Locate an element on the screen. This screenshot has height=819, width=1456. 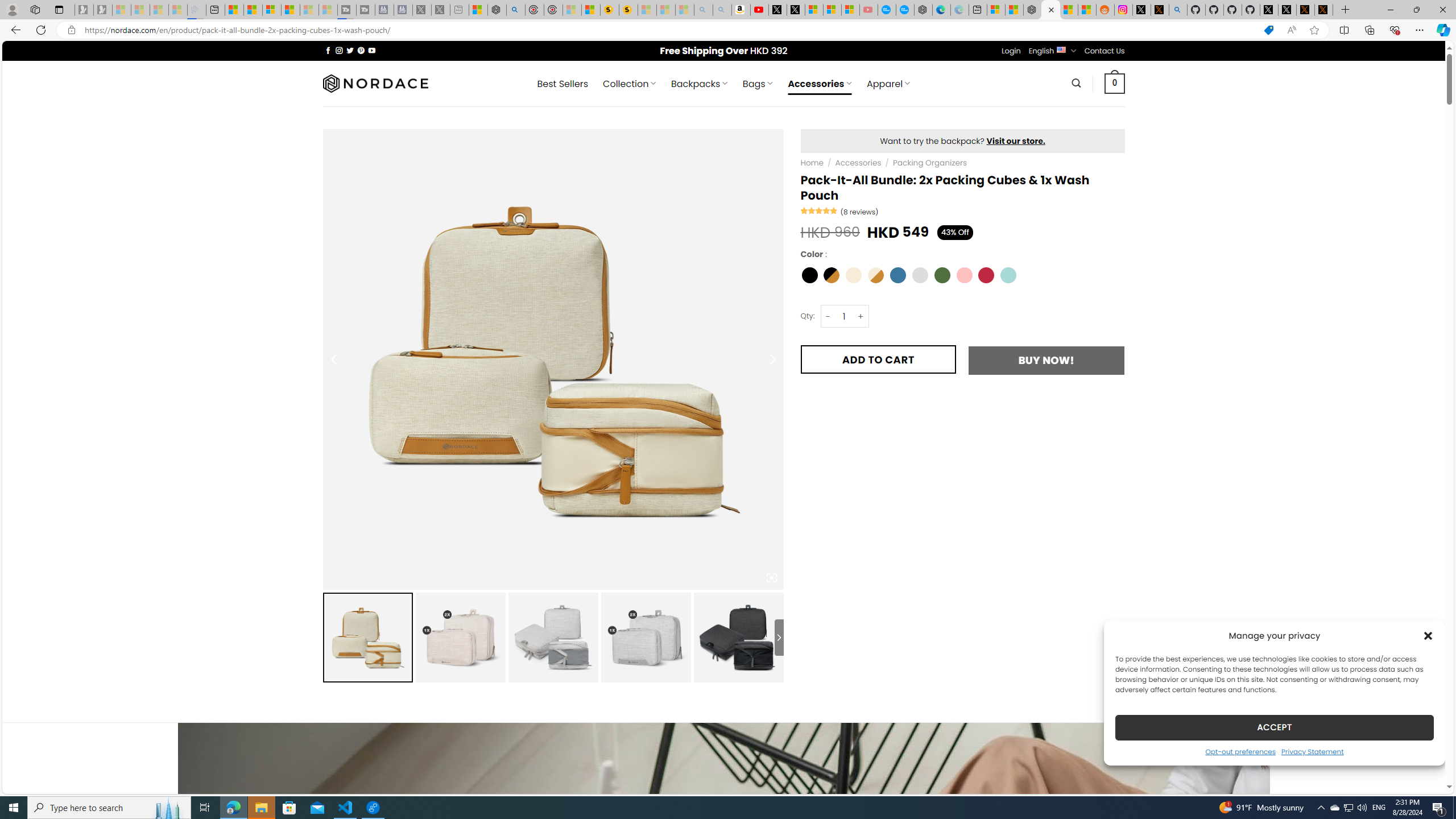
'Day 1: Arriving in Yemen (surreal to be here) - YouTube' is located at coordinates (759, 9).